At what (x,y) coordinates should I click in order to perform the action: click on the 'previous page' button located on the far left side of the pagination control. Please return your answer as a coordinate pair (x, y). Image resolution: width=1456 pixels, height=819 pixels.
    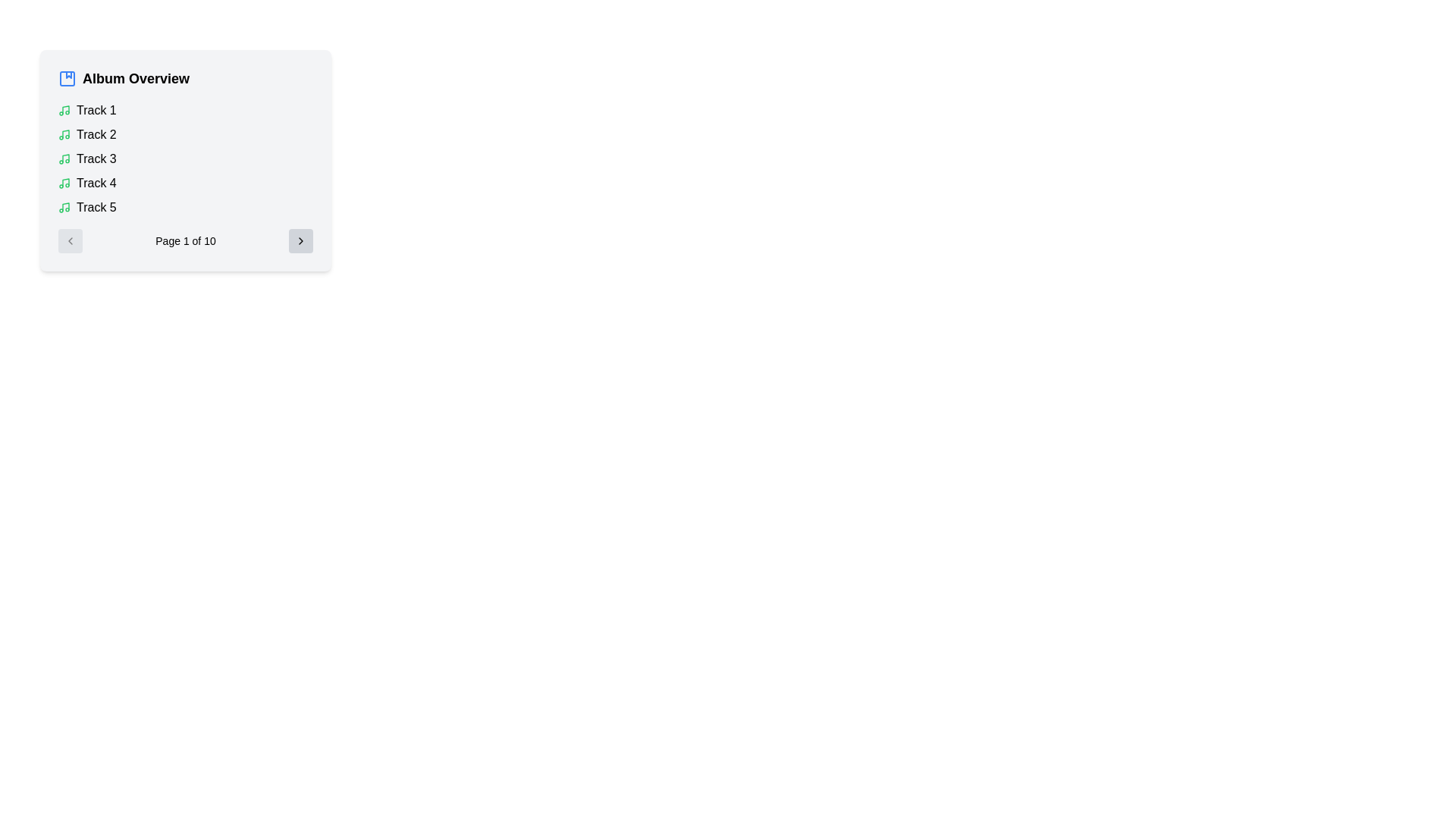
    Looking at the image, I should click on (69, 240).